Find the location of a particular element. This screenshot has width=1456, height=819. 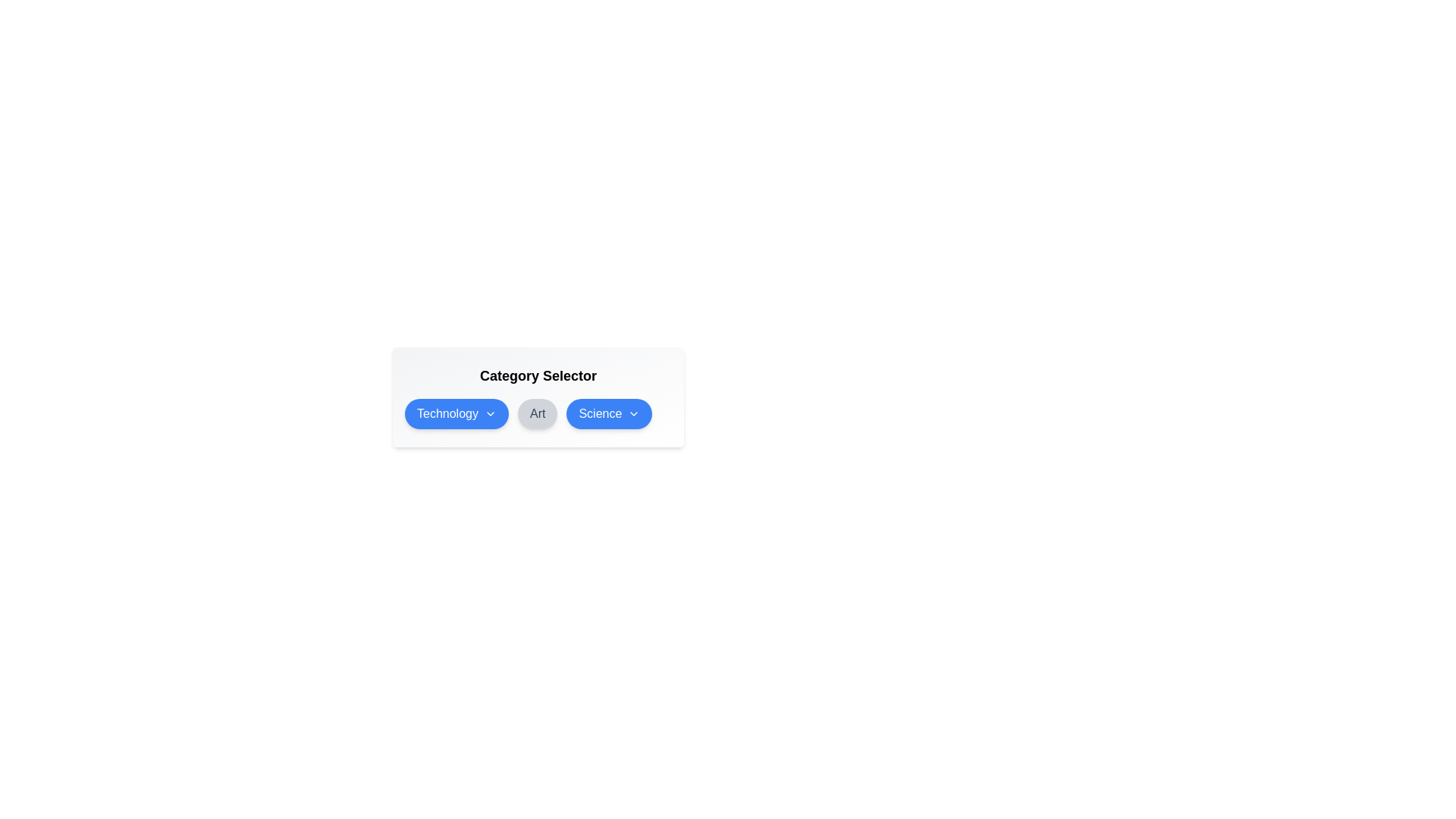

the 'Art' category to toggle its selection status is located at coordinates (538, 414).